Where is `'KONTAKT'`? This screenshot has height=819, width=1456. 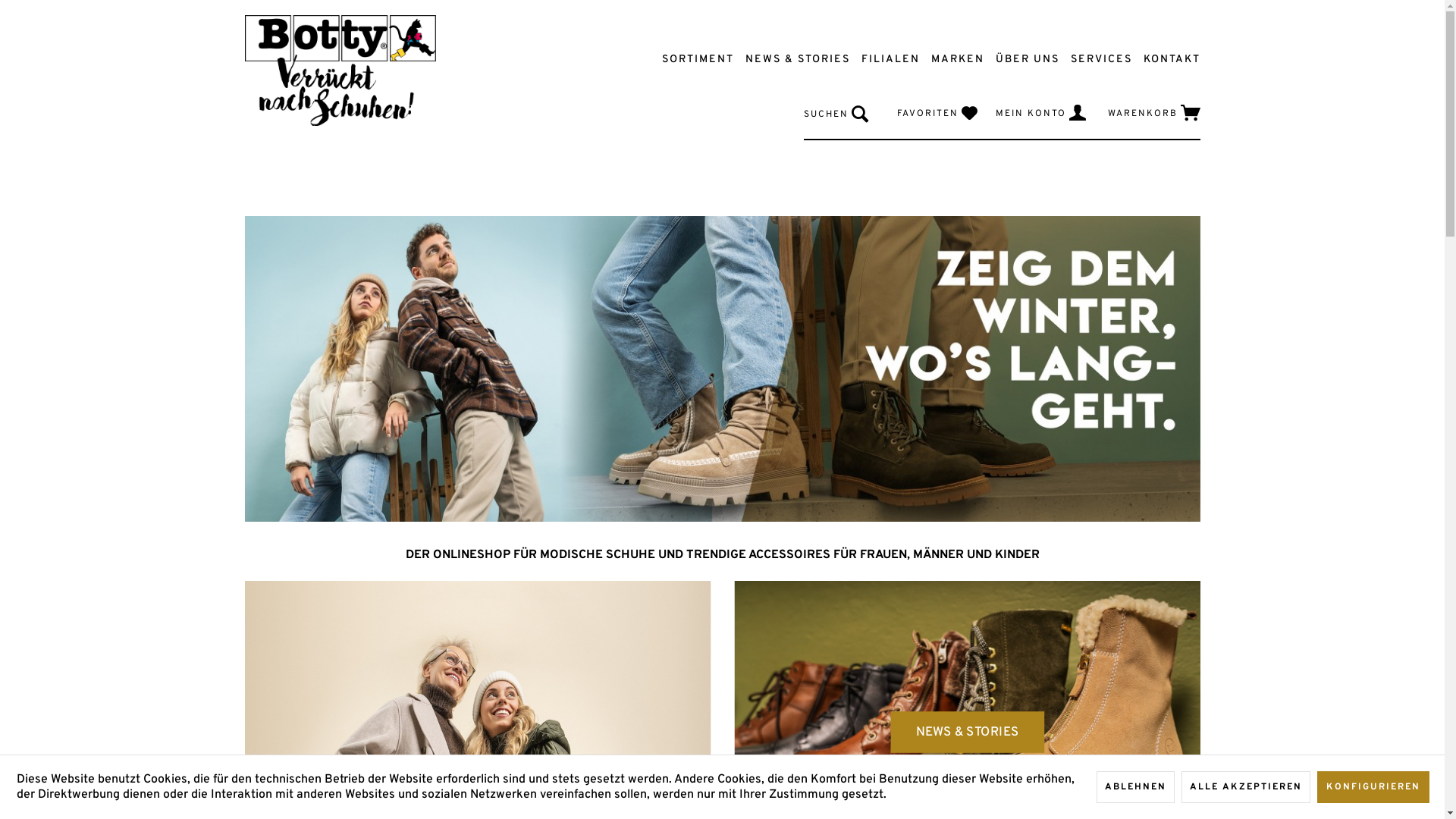 'KONTAKT' is located at coordinates (1164, 58).